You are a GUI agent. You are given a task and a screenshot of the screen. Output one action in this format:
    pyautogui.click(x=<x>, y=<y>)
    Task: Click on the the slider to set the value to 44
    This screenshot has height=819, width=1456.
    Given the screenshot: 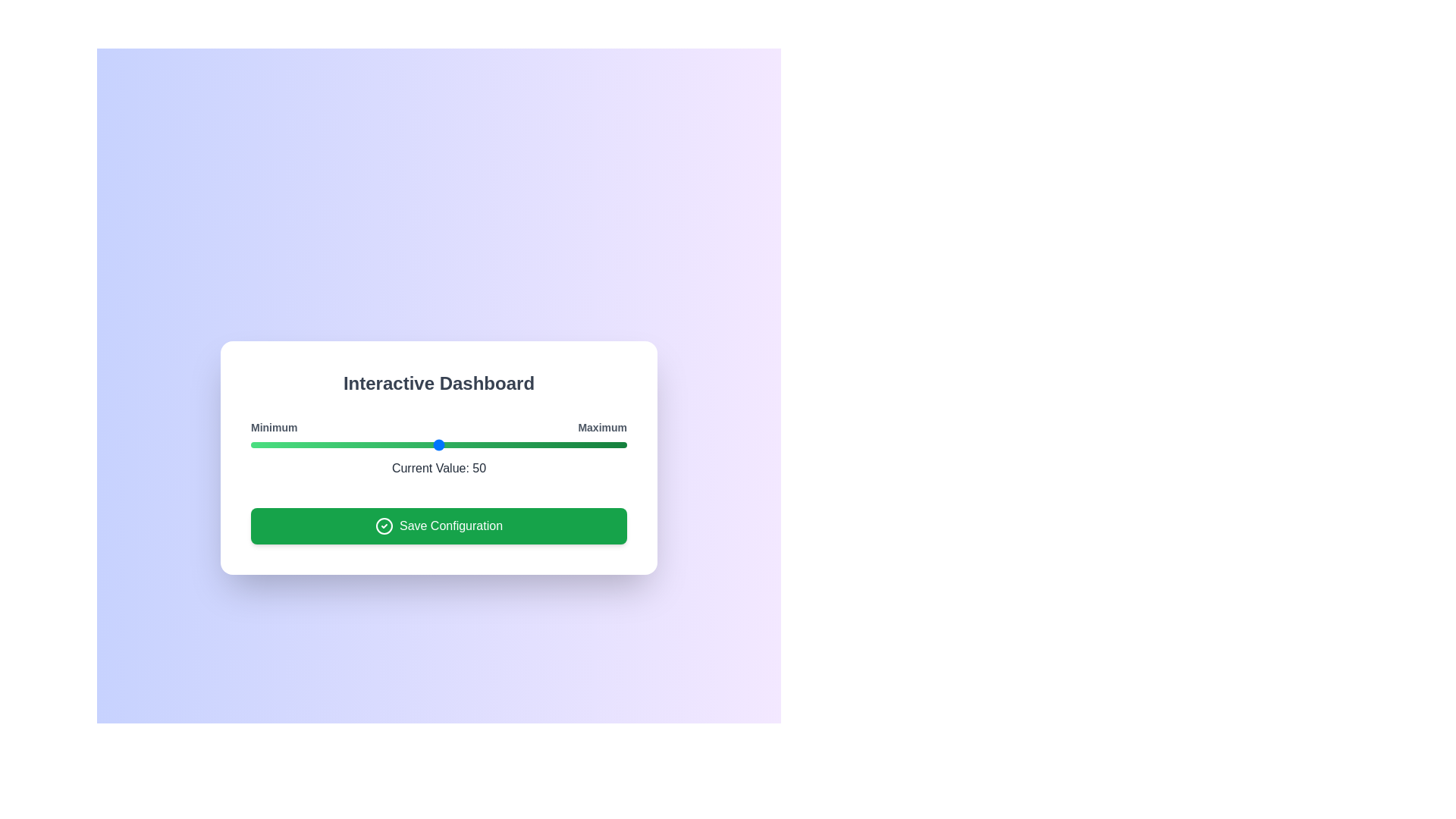 What is the action you would take?
    pyautogui.click(x=416, y=444)
    